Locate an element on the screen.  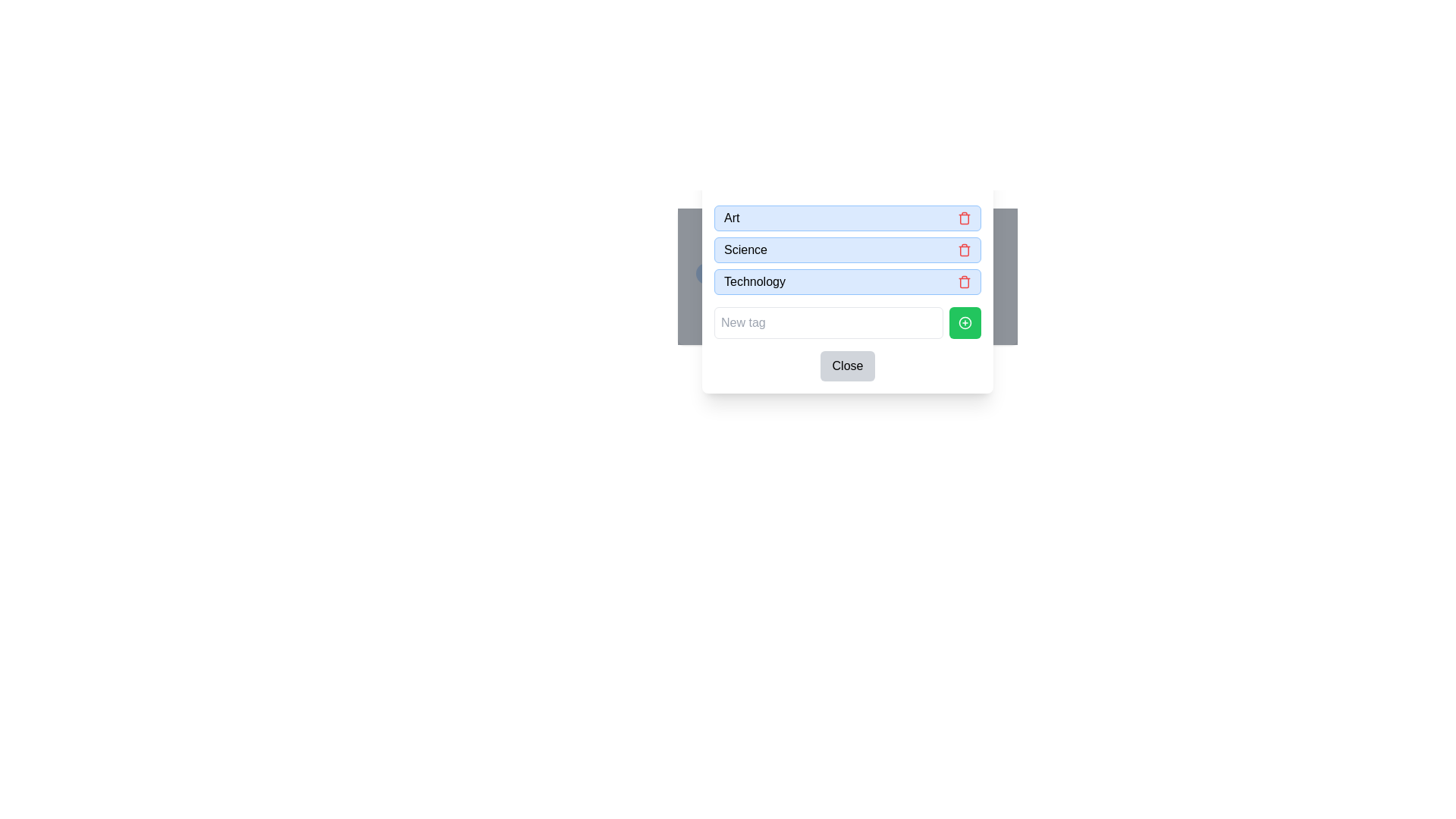
the Labeled Section with the bold text 'Technology' and a small red trash bin icon on its right, which is the third item in the list of labeled sections is located at coordinates (847, 281).